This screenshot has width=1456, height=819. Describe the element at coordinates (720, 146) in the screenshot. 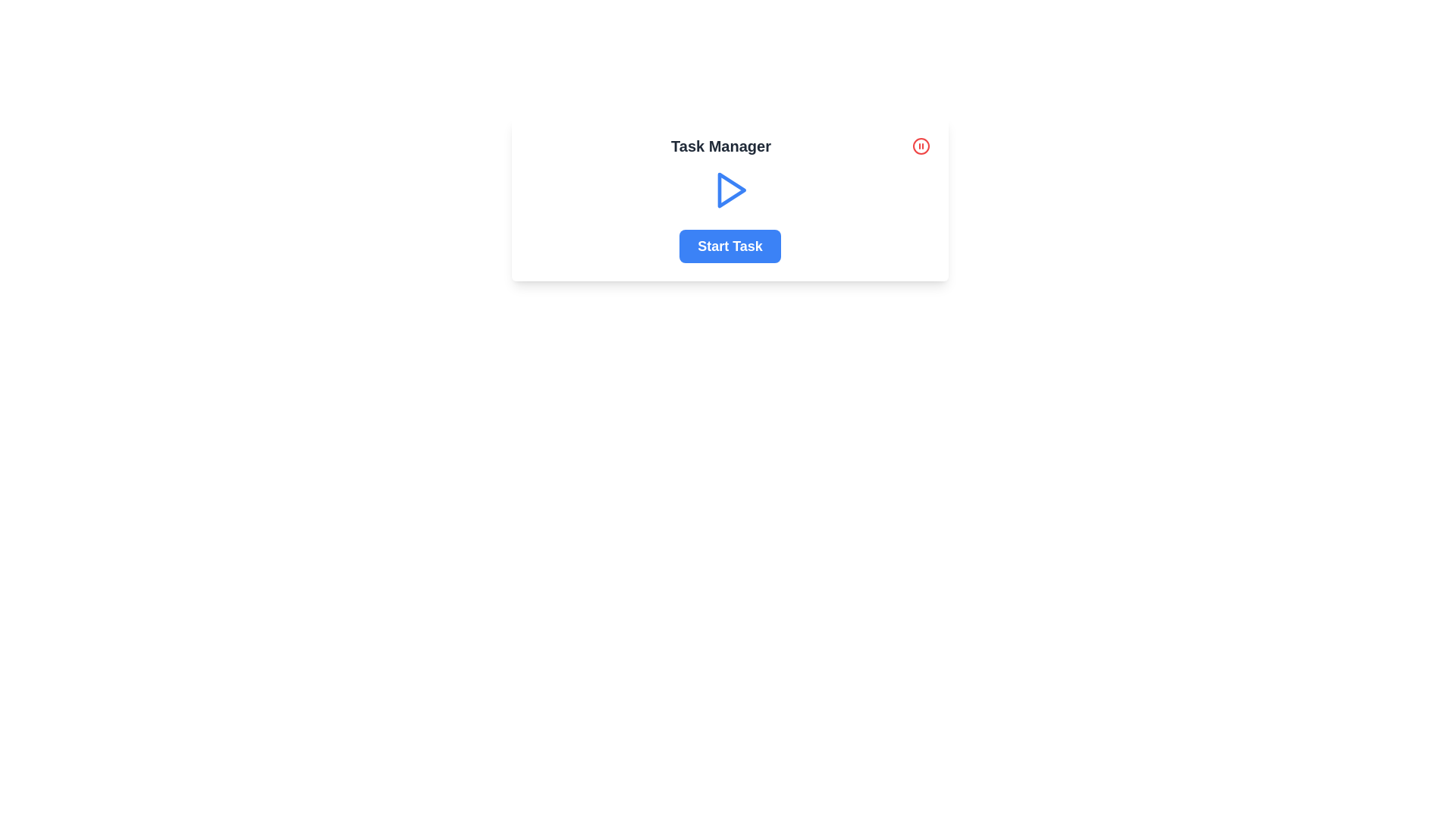

I see `the Text Label that serves as a header for the task management section, which is positioned to the left of a small red pause icon` at that location.